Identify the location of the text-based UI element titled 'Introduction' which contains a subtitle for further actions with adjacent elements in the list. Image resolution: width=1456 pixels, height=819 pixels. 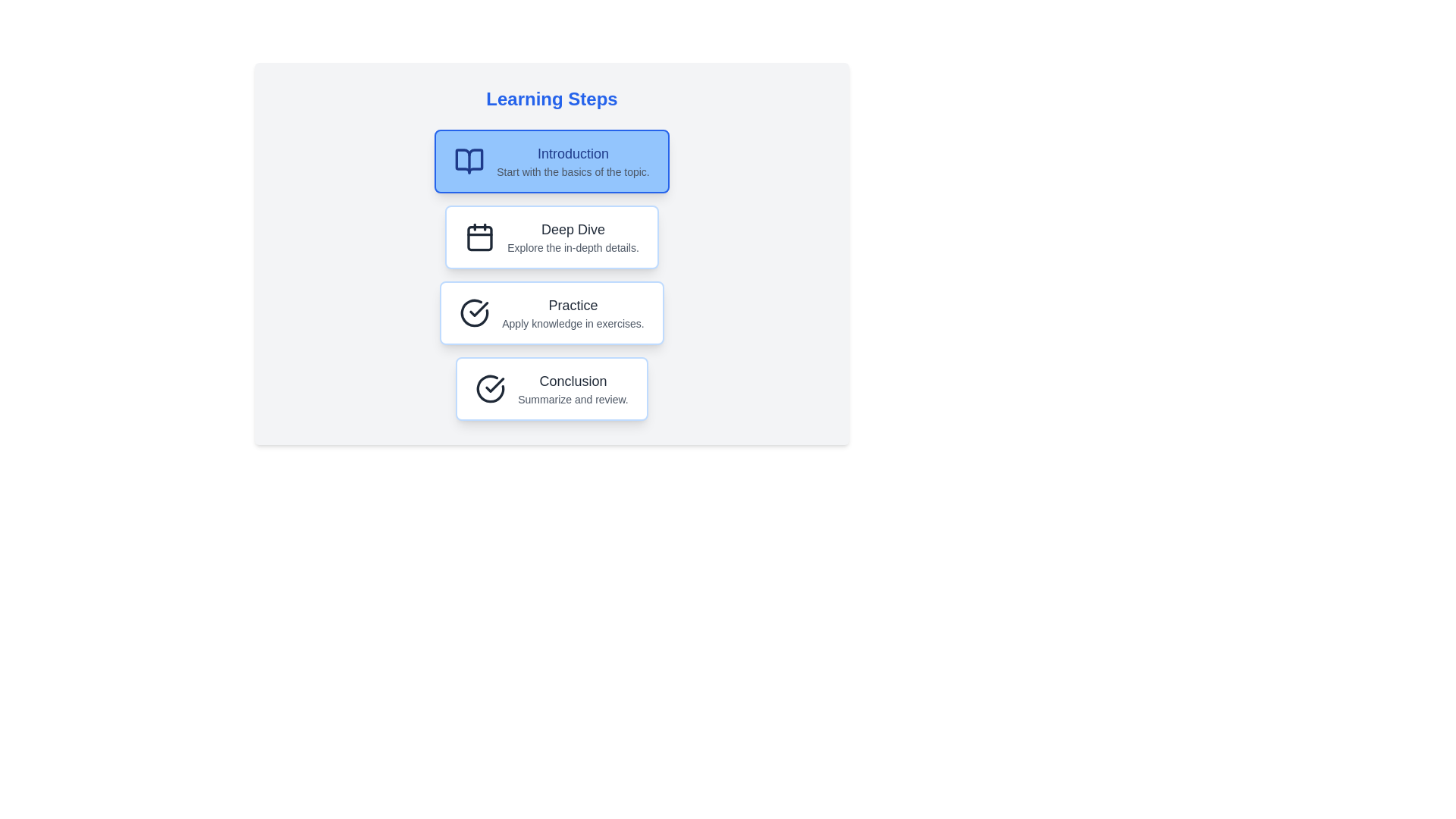
(572, 161).